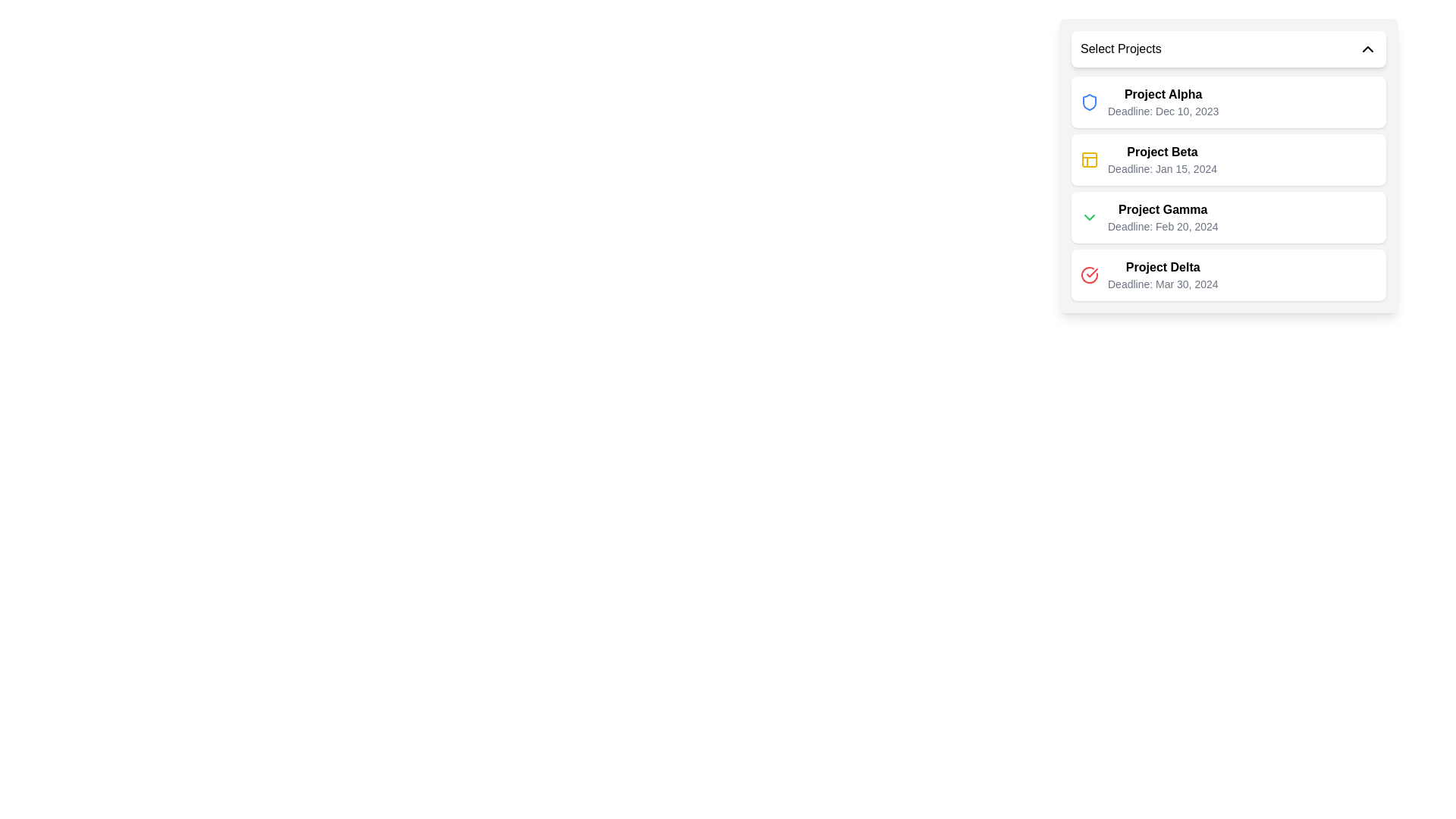  Describe the element at coordinates (1228, 160) in the screenshot. I see `the project list item representing 'Project Beta', which is the second item in the project list` at that location.